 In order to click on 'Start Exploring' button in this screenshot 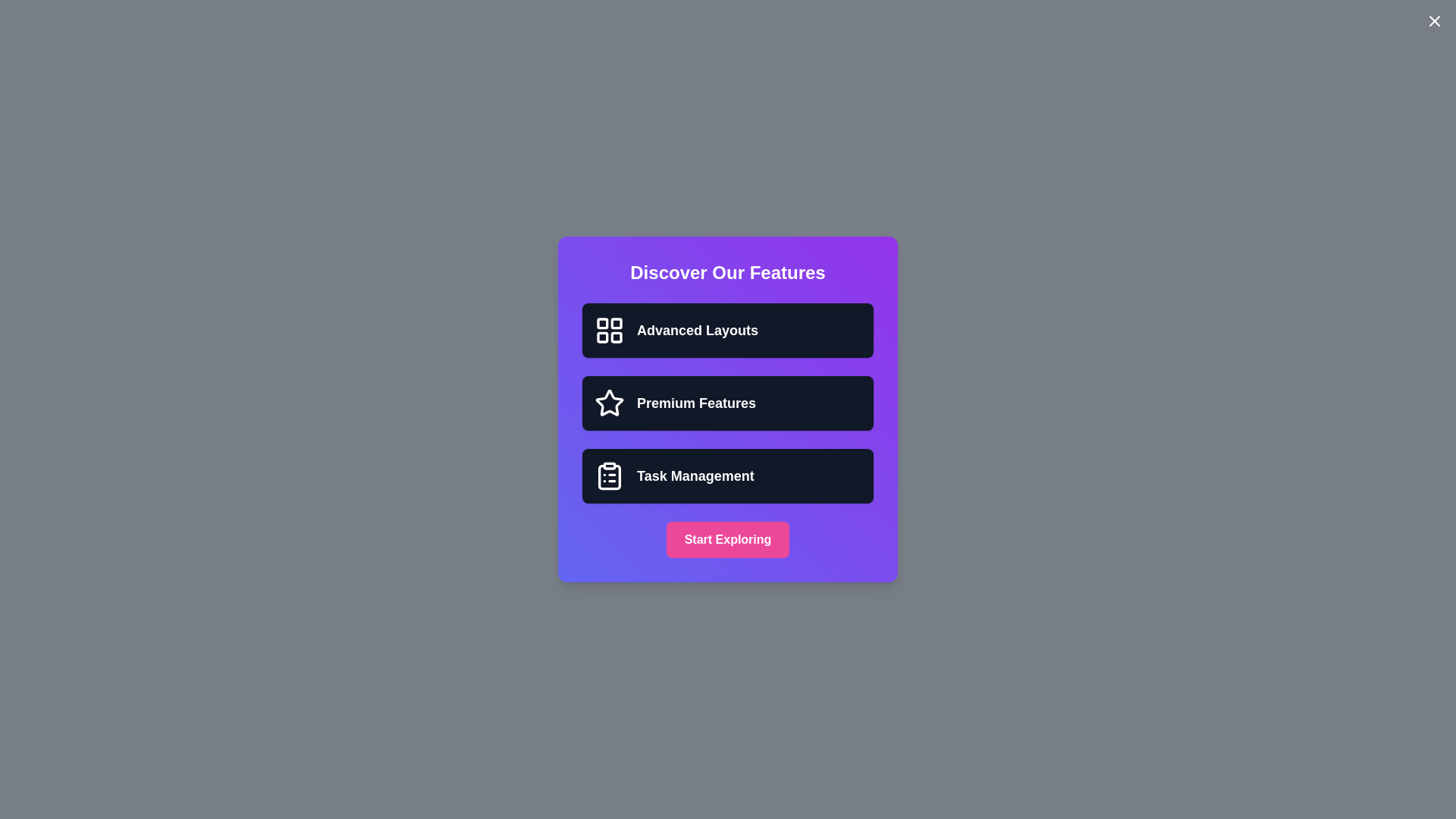, I will do `click(728, 539)`.